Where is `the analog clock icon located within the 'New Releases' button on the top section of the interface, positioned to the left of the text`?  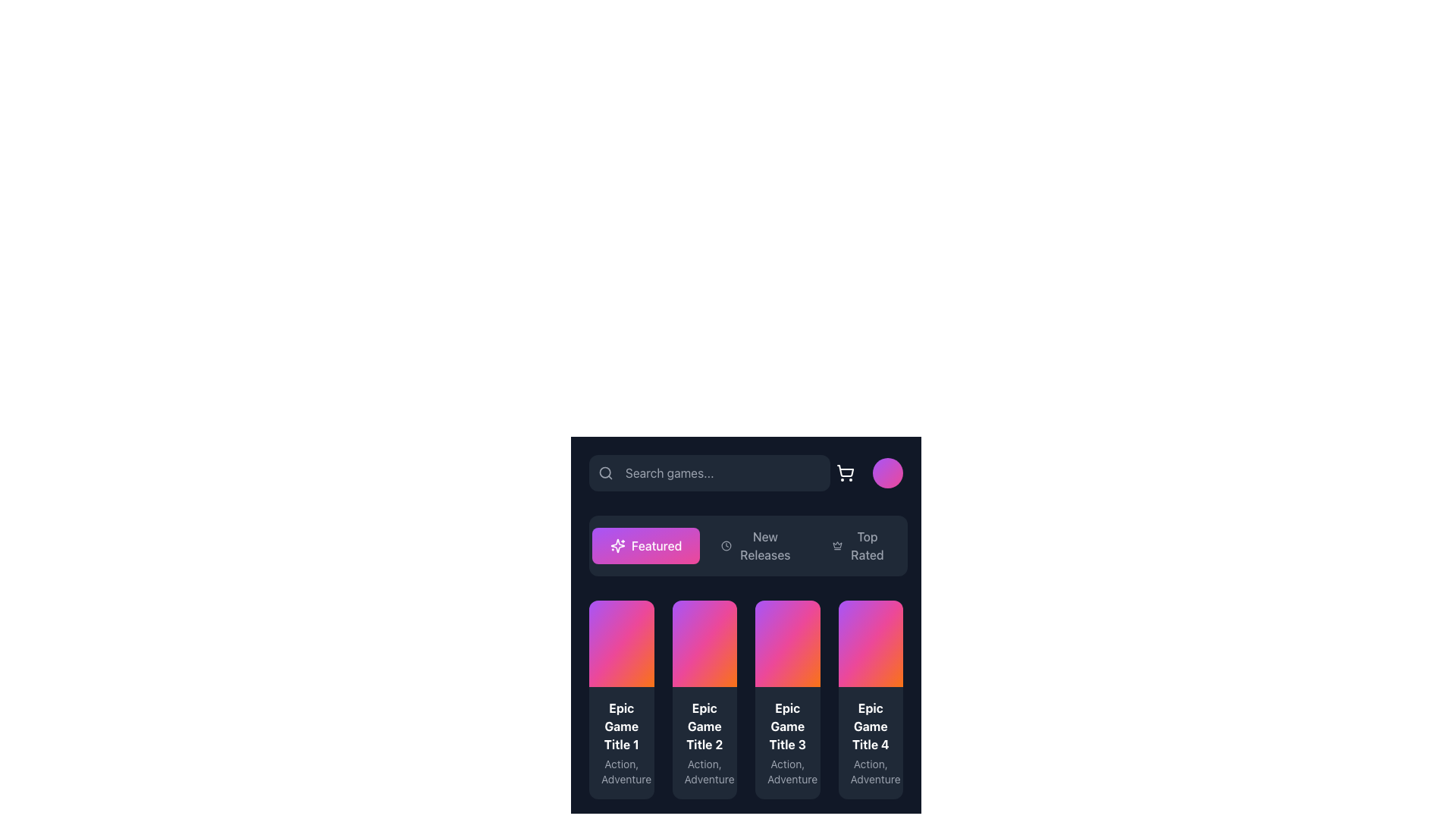 the analog clock icon located within the 'New Releases' button on the top section of the interface, positioned to the left of the text is located at coordinates (726, 546).